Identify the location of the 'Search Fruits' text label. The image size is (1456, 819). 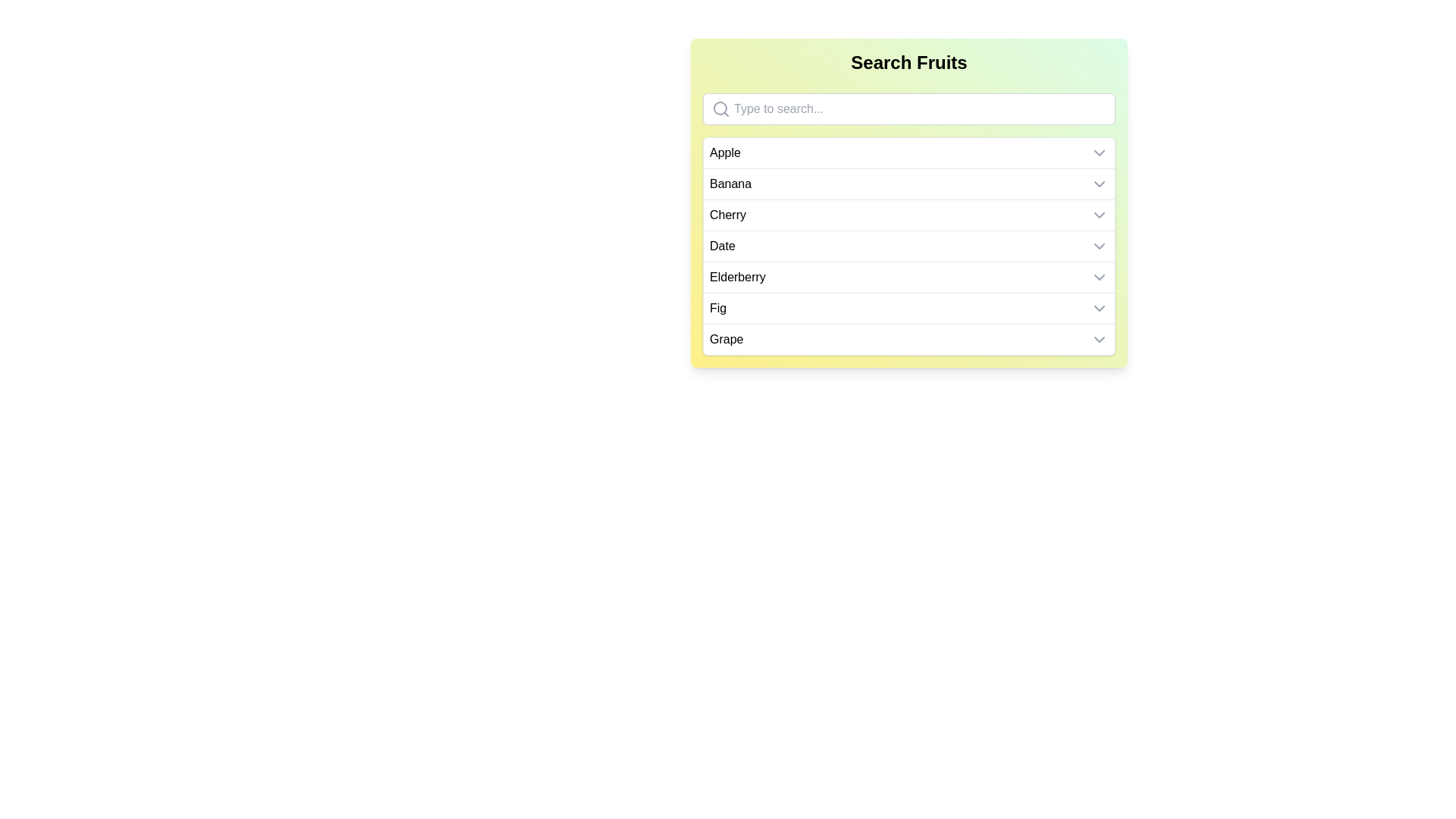
(909, 62).